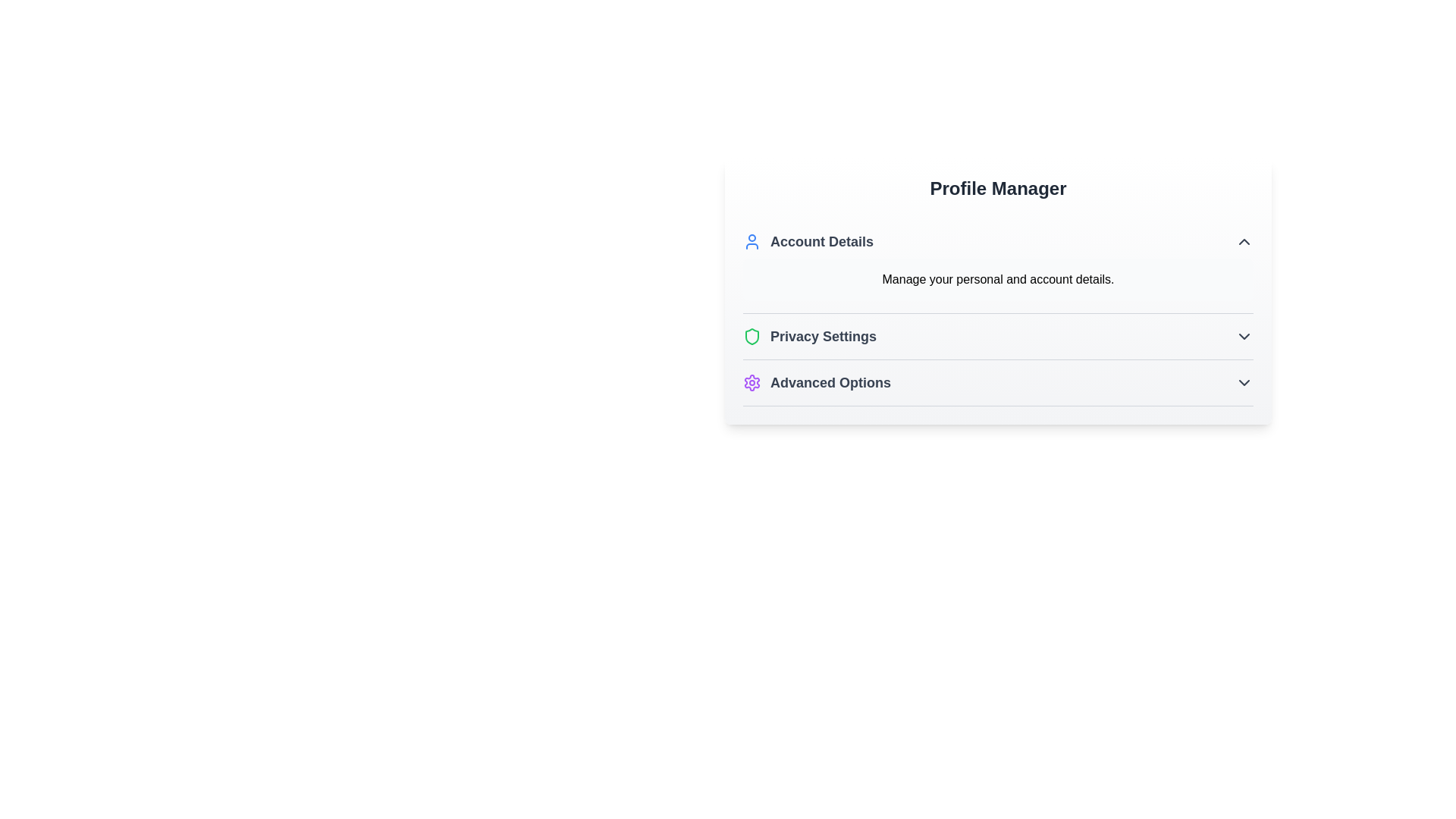 Image resolution: width=1456 pixels, height=819 pixels. I want to click on the green shield icon associated with the 'Privacy Settings' label, so click(809, 335).